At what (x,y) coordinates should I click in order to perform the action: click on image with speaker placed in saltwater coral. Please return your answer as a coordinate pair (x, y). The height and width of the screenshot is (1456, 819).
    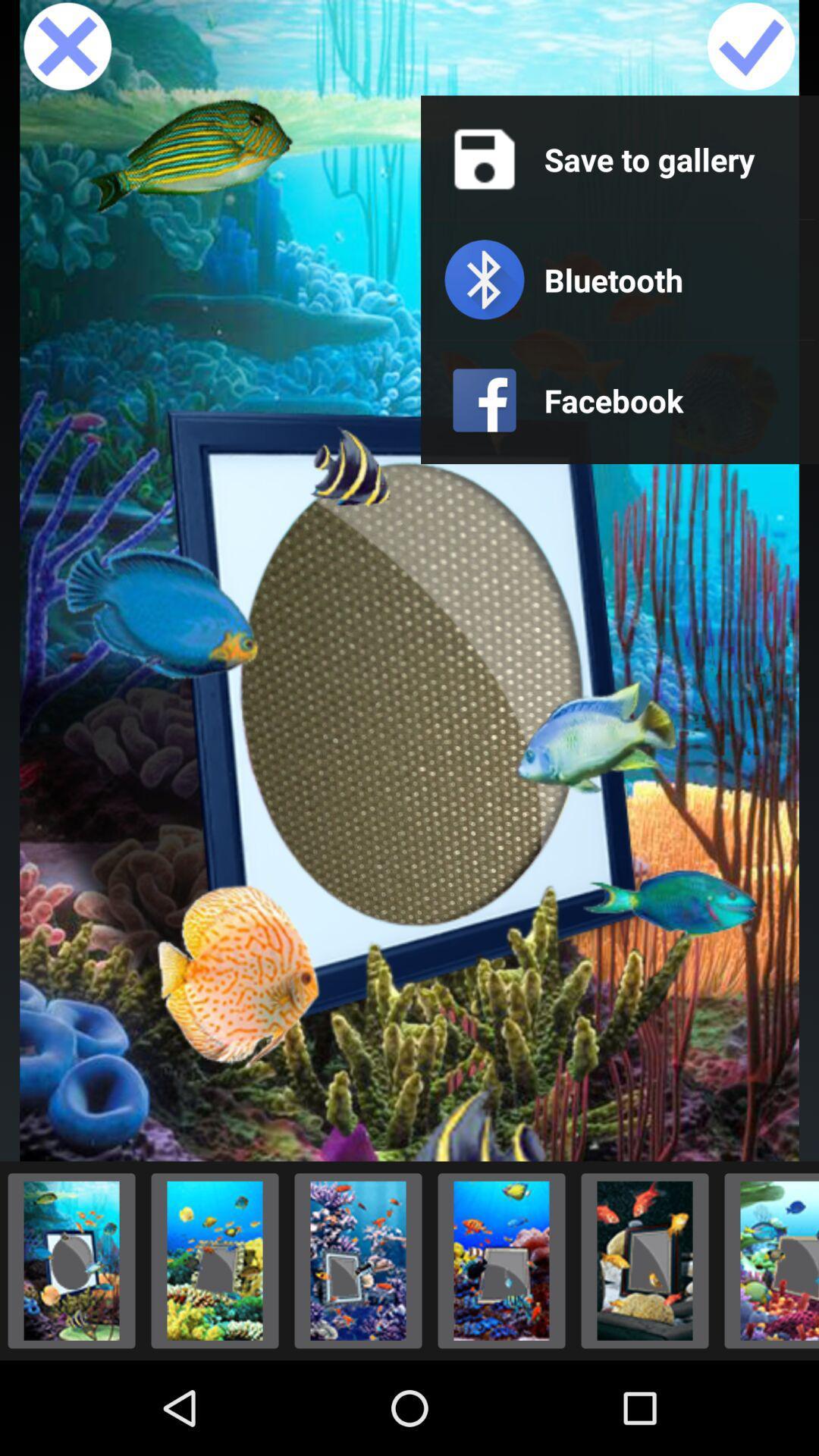
    Looking at the image, I should click on (767, 1260).